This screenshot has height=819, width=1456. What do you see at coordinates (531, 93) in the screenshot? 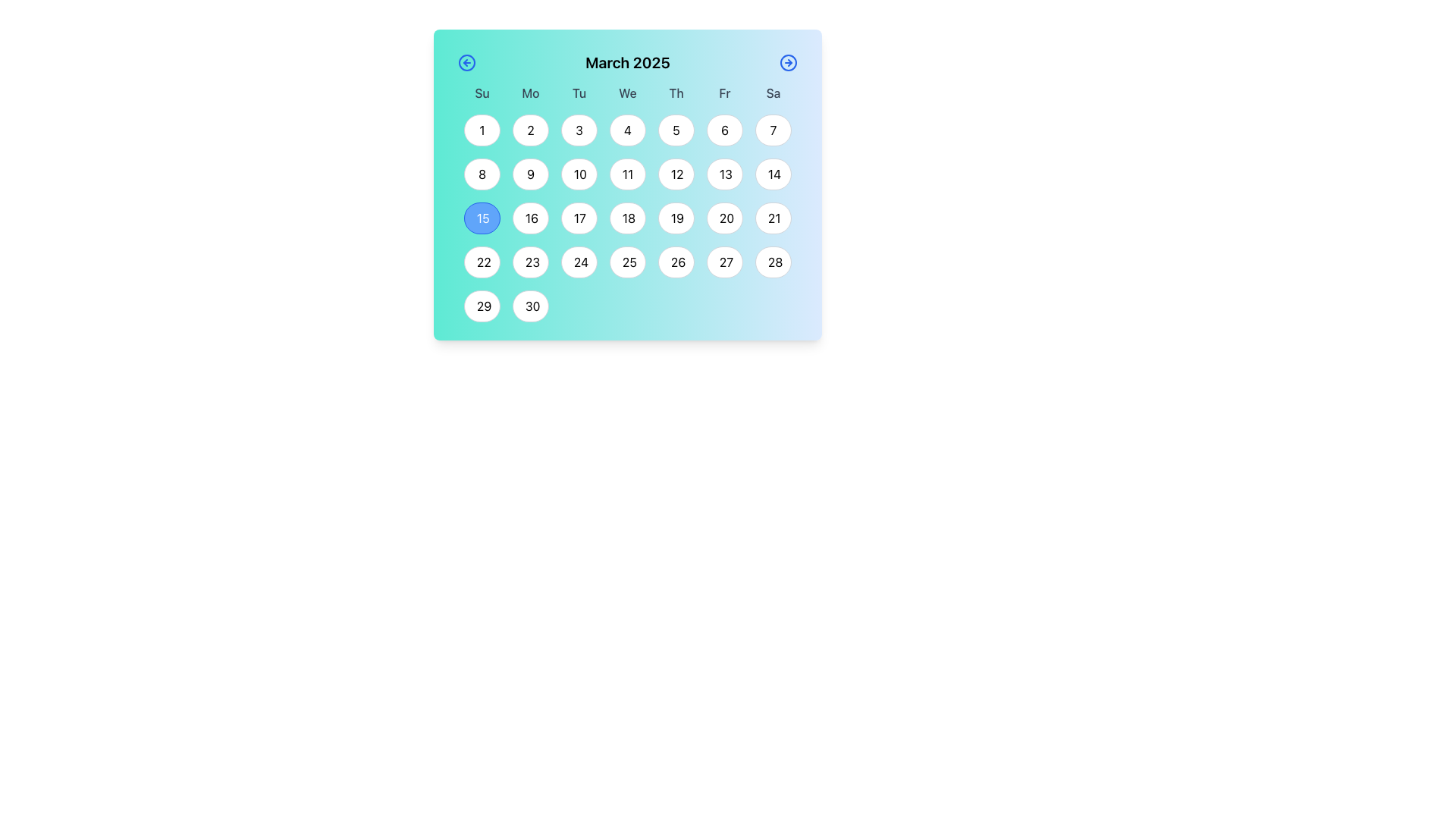
I see `the 'Mo' text label, which is styled with a medium font weight and gray color, located in the header row of the weekly calendar layout` at bounding box center [531, 93].